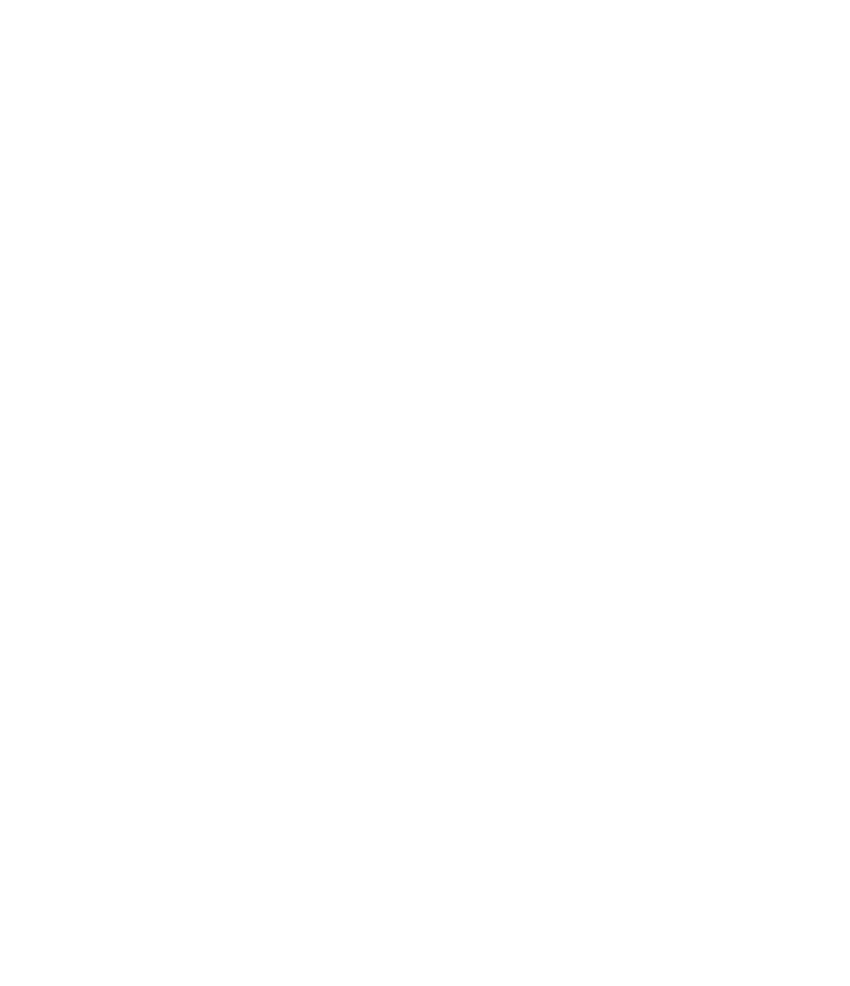  Describe the element at coordinates (604, 747) in the screenshot. I see `'A true adventure'` at that location.